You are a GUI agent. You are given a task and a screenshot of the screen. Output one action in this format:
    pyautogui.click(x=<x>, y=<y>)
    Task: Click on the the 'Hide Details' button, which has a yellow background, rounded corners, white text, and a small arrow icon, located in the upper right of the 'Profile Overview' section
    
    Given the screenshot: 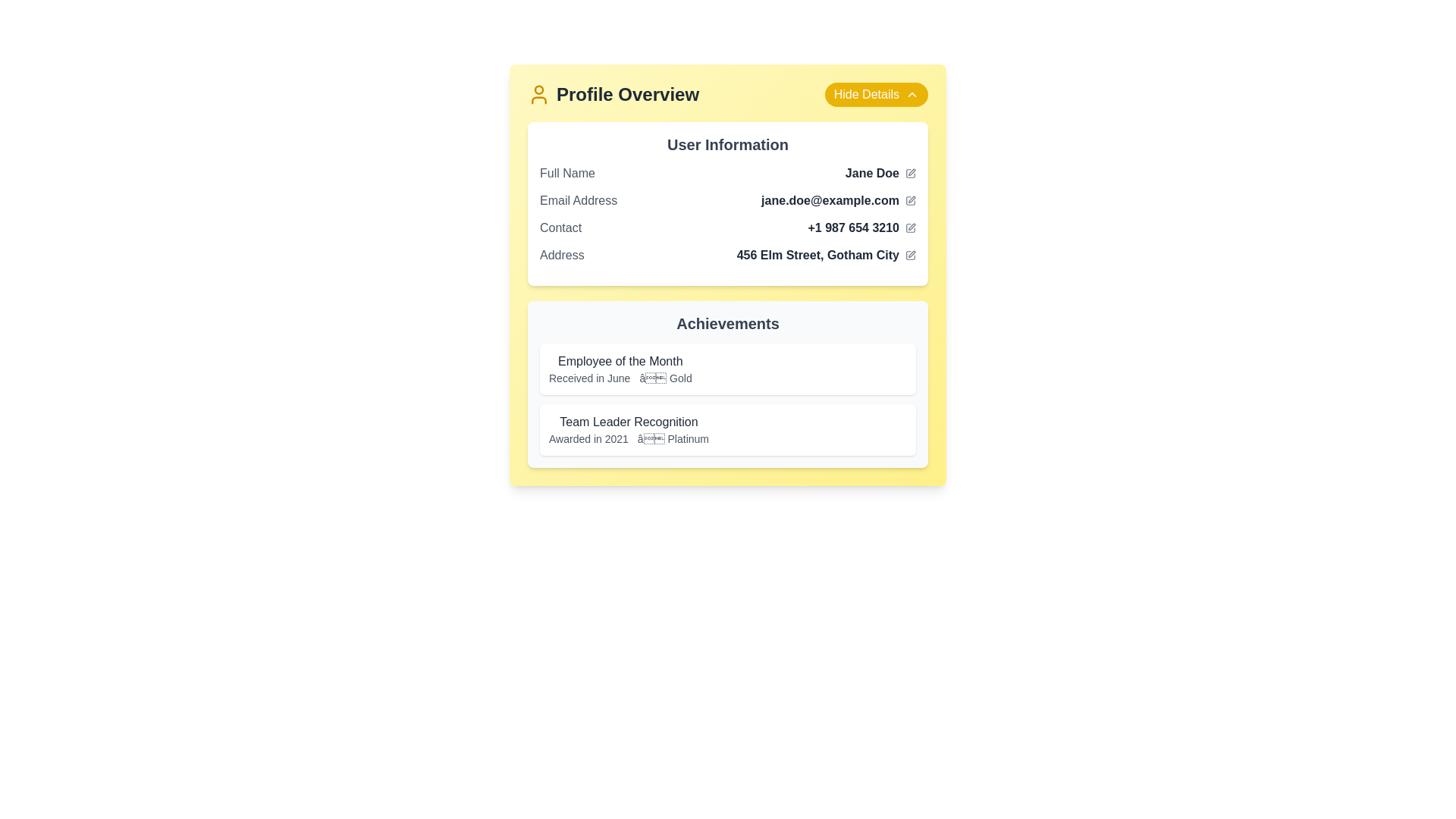 What is the action you would take?
    pyautogui.click(x=876, y=94)
    